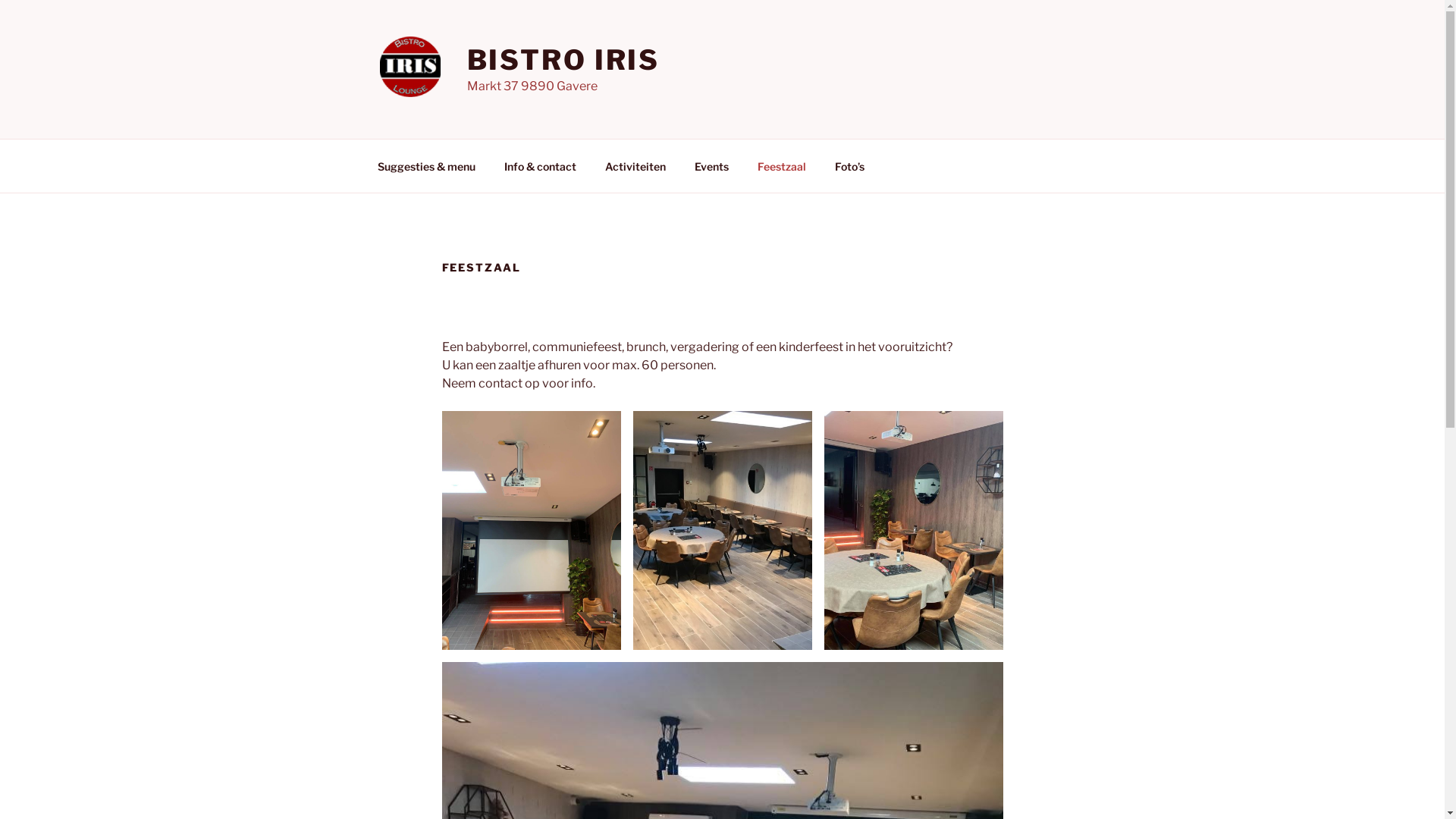  I want to click on 'Activiteiten', so click(635, 165).